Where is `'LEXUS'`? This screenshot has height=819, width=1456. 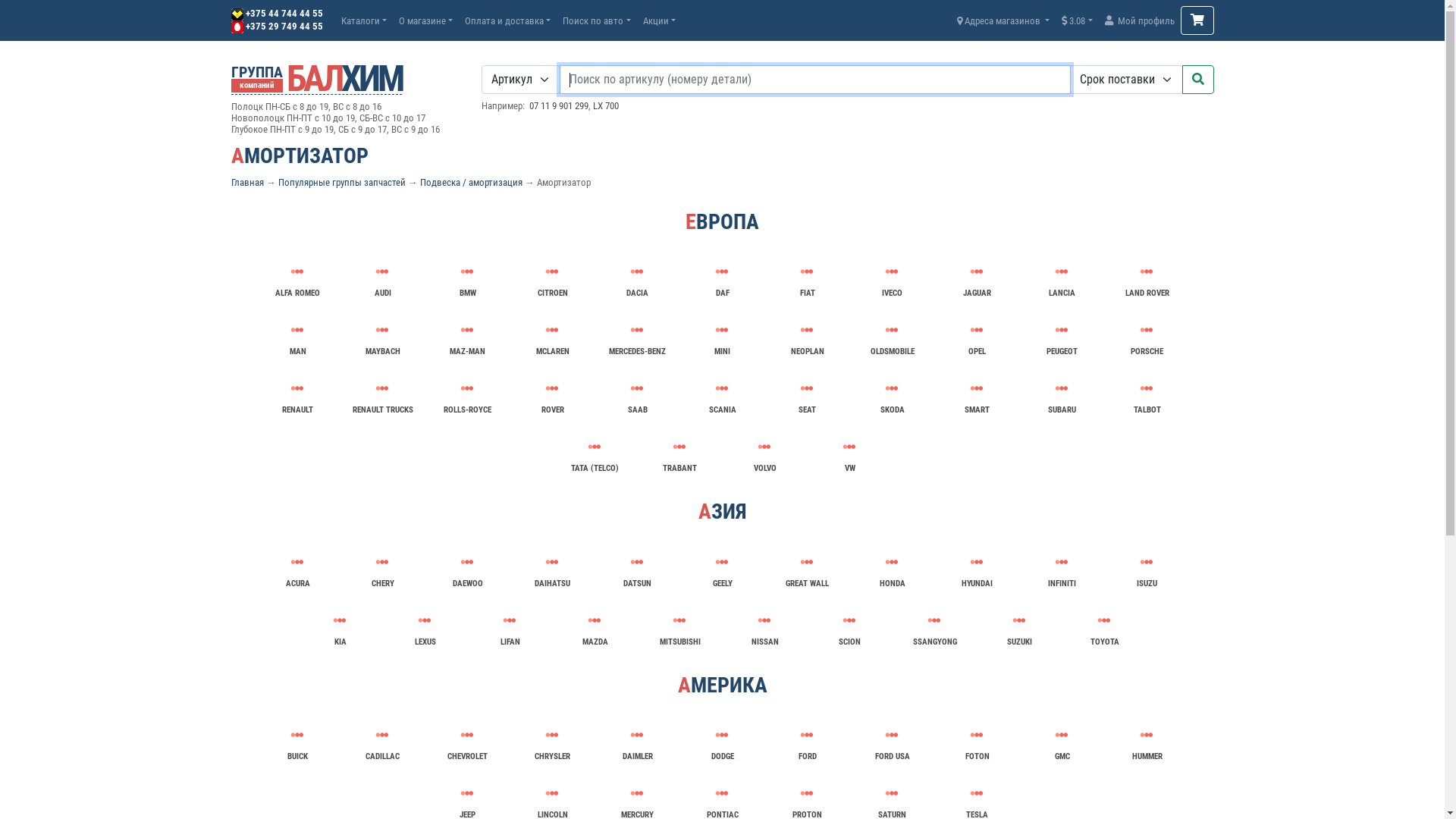 'LEXUS' is located at coordinates (425, 620).